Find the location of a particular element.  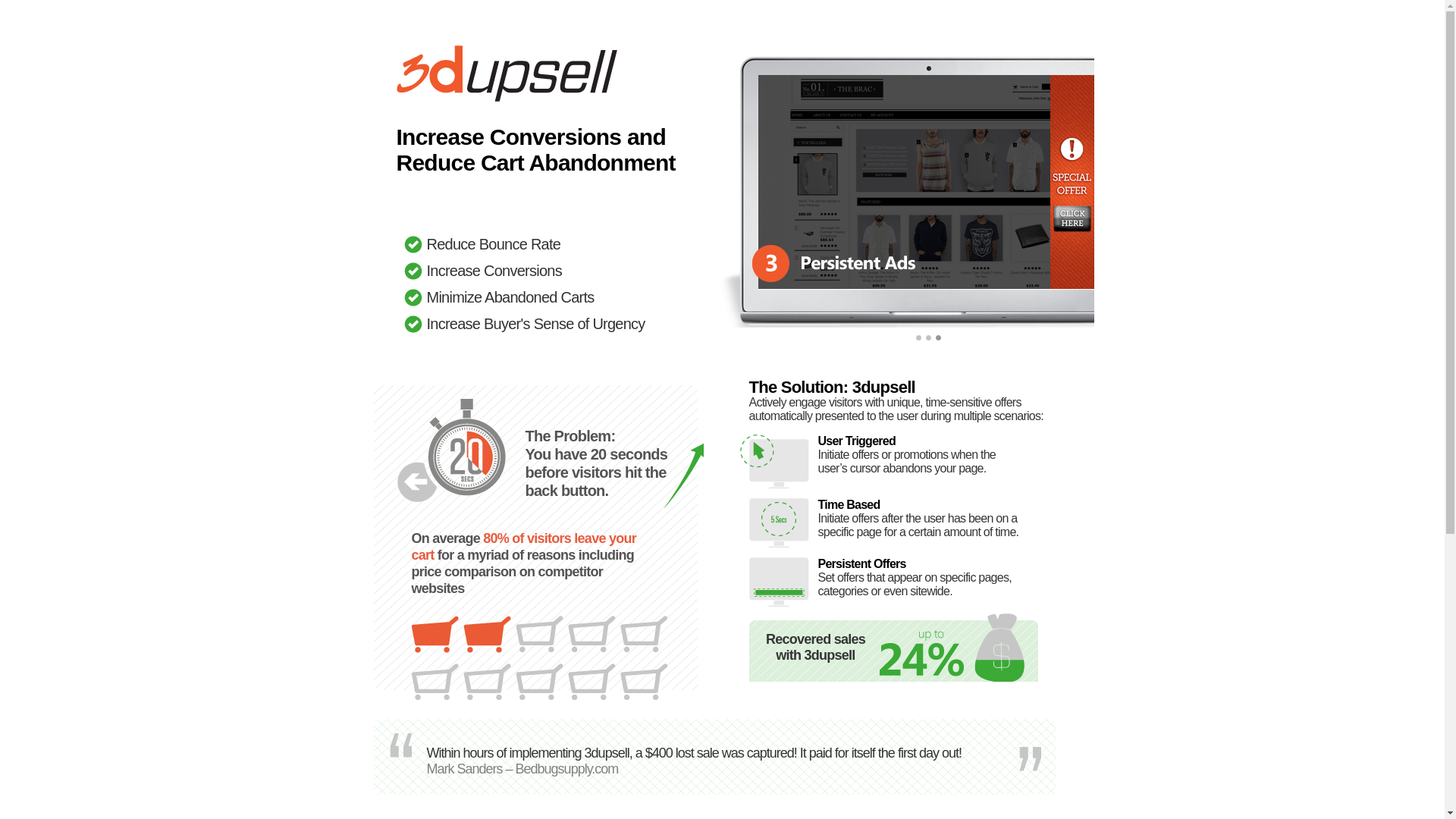

'1' is located at coordinates (918, 342).